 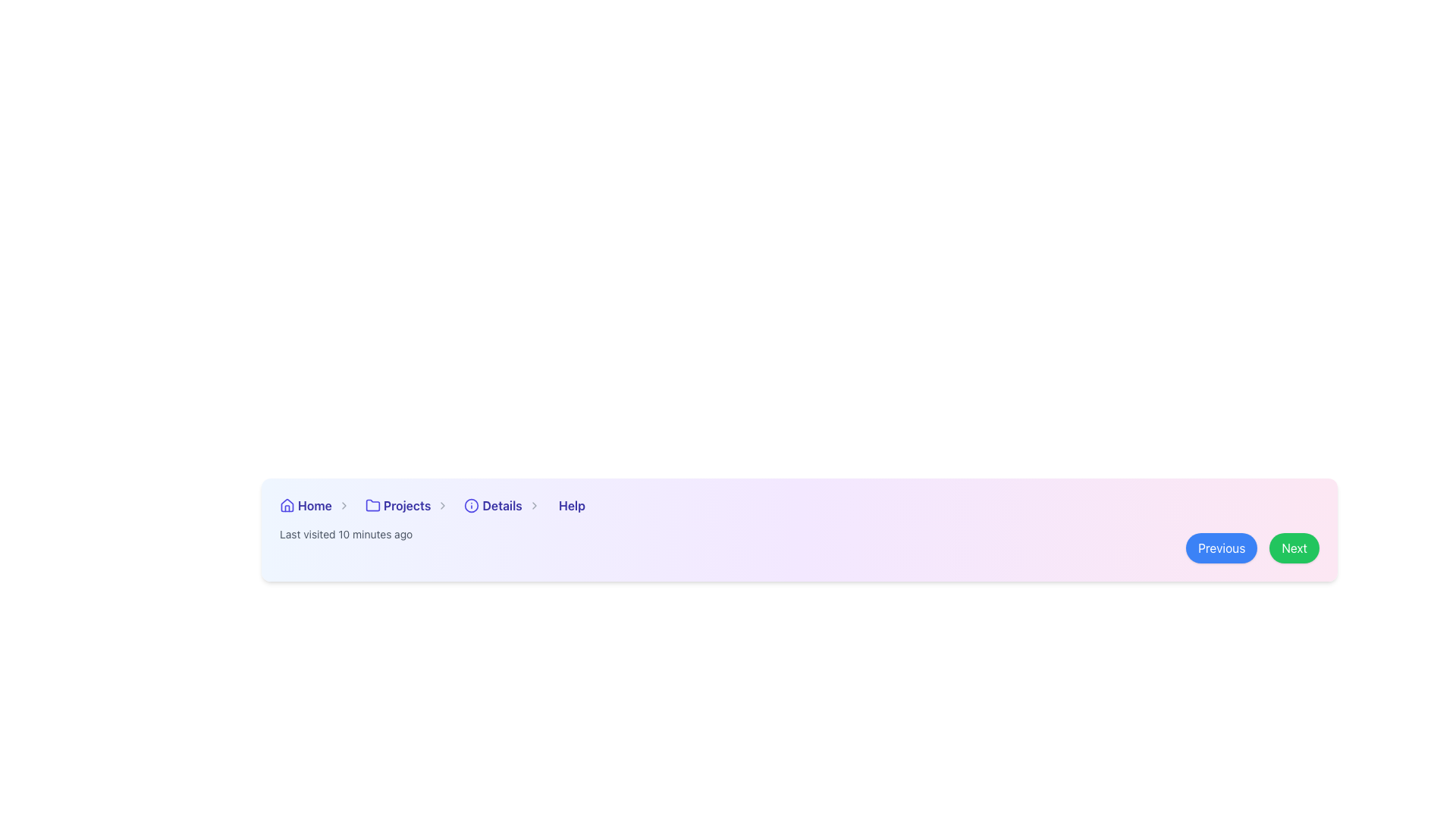 What do you see at coordinates (410, 506) in the screenshot?
I see `the 'Projects' Breadcrumb link, which is styled in indigo-blue and has a folder icon to its left` at bounding box center [410, 506].